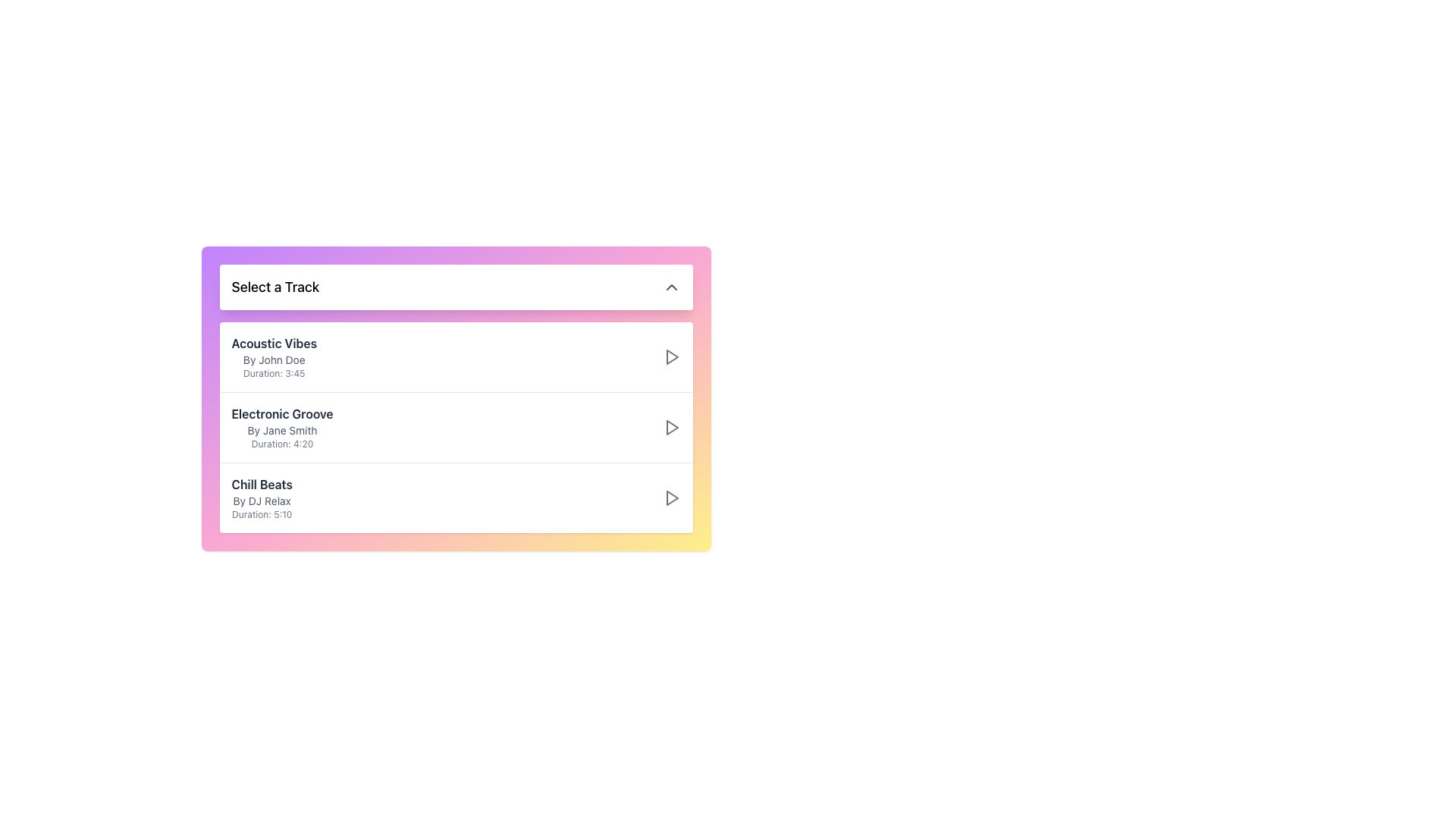 Image resolution: width=1456 pixels, height=819 pixels. What do you see at coordinates (671, 497) in the screenshot?
I see `the small triangular 'Play' icon to the right of the text 'Chill Beats' in the third row of the vertical list` at bounding box center [671, 497].